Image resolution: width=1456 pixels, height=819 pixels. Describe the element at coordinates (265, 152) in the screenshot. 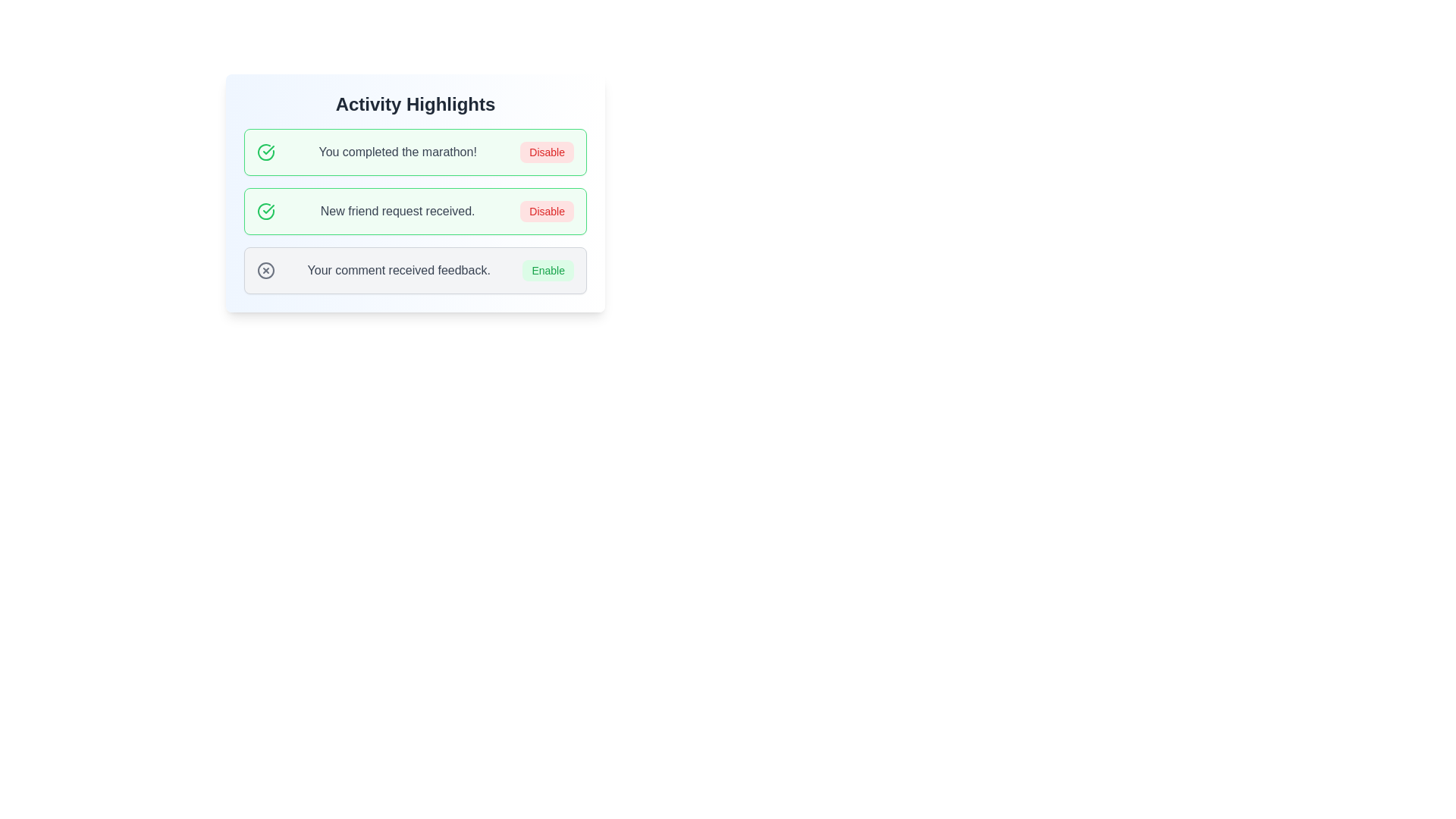

I see `the circular green outlined icon with a check mark, which is located at the leftmost position of its row under the text 'You completed the marathon!'` at that location.